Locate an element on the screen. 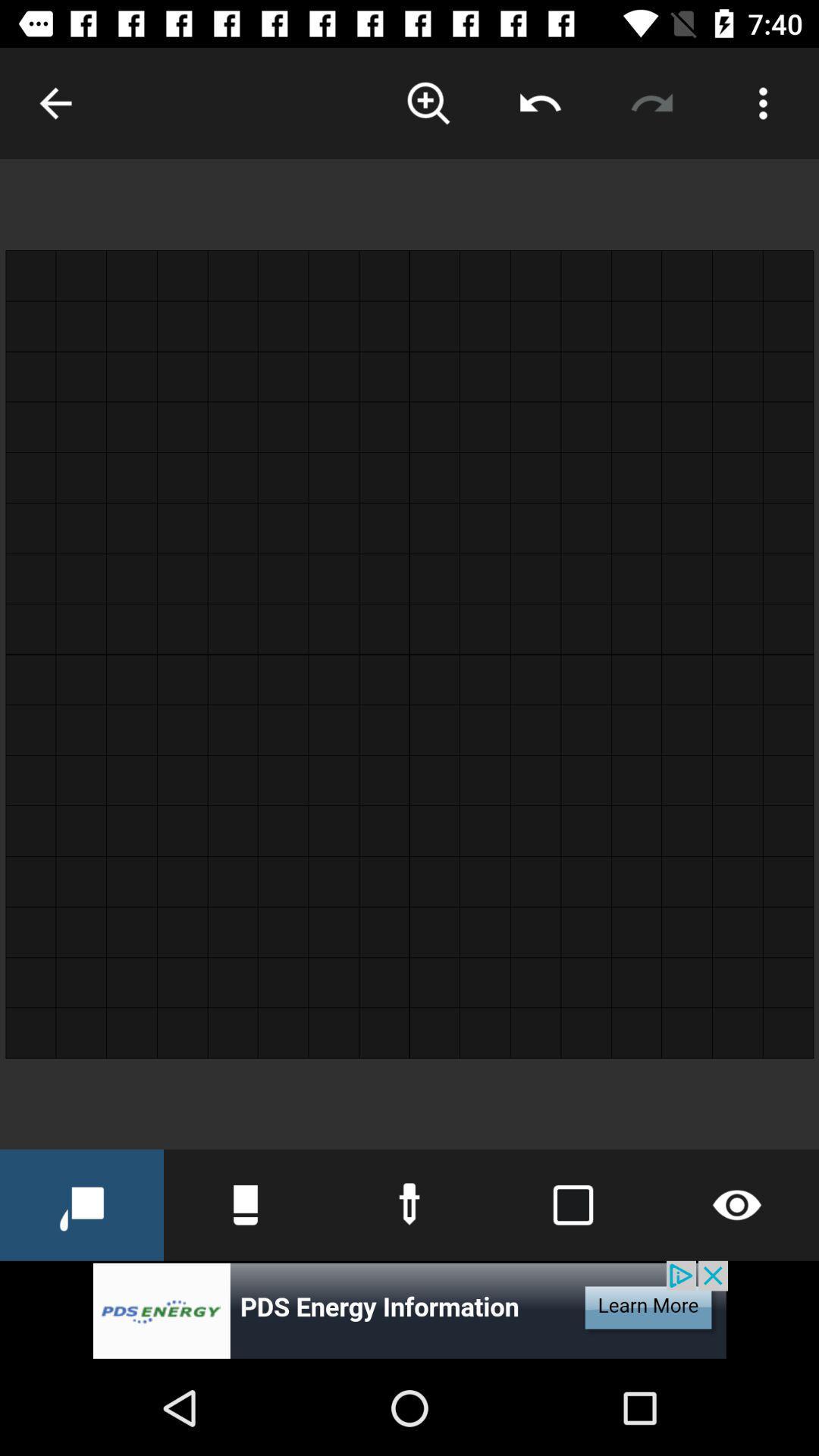 The width and height of the screenshot is (819, 1456). click the left rotate option is located at coordinates (539, 102).